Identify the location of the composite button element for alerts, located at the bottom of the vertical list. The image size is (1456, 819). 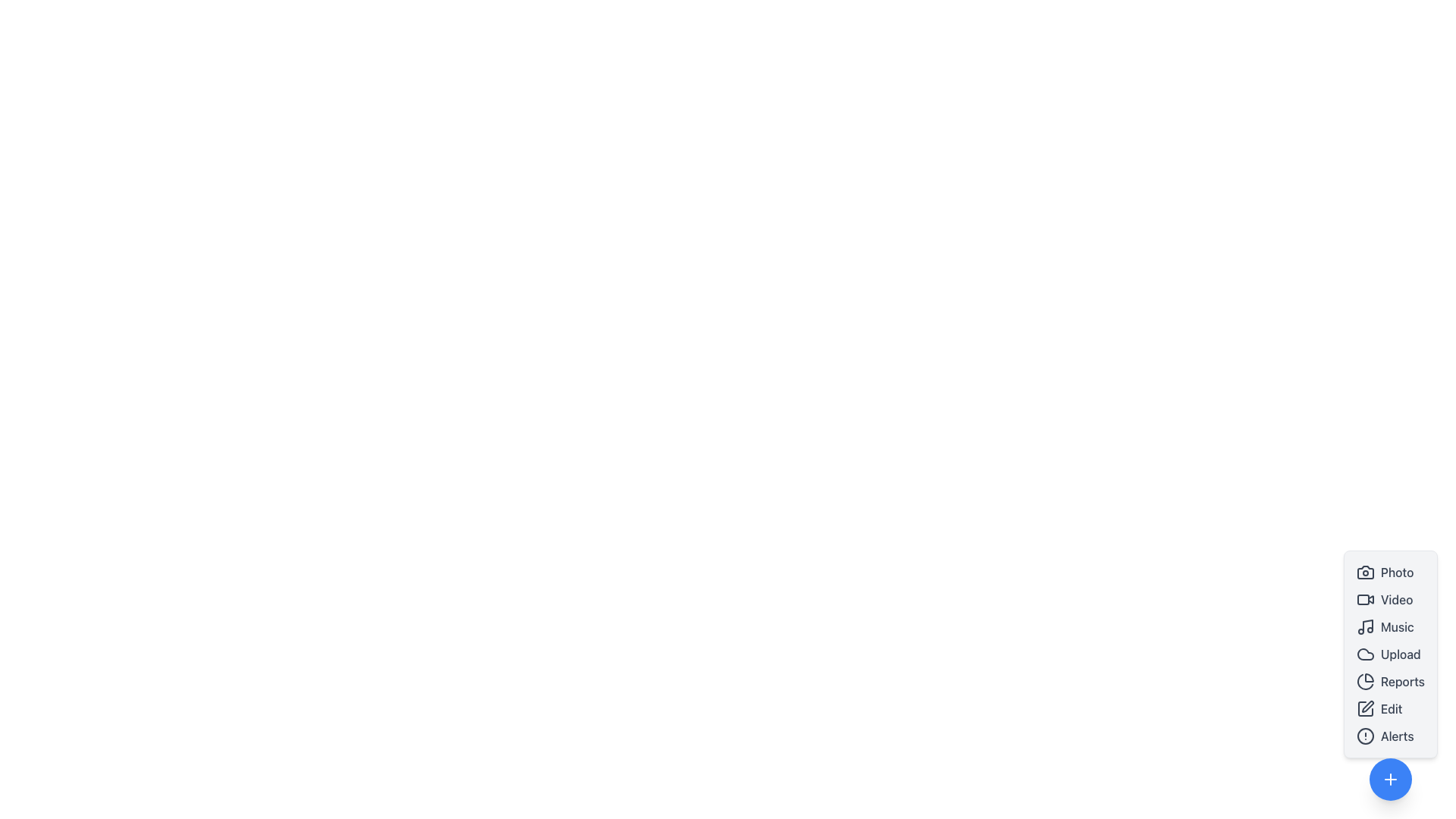
(1385, 736).